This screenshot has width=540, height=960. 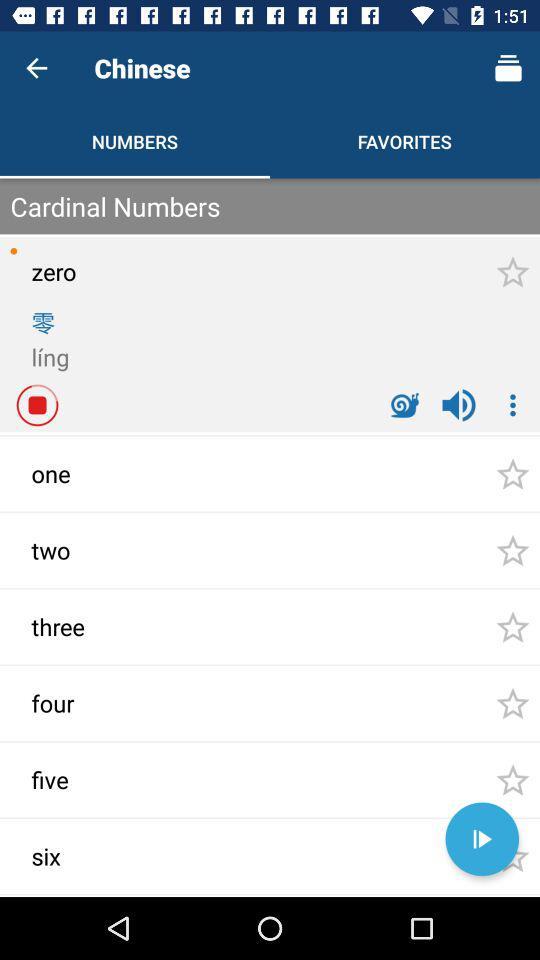 What do you see at coordinates (481, 839) in the screenshot?
I see `the av_forward icon` at bounding box center [481, 839].